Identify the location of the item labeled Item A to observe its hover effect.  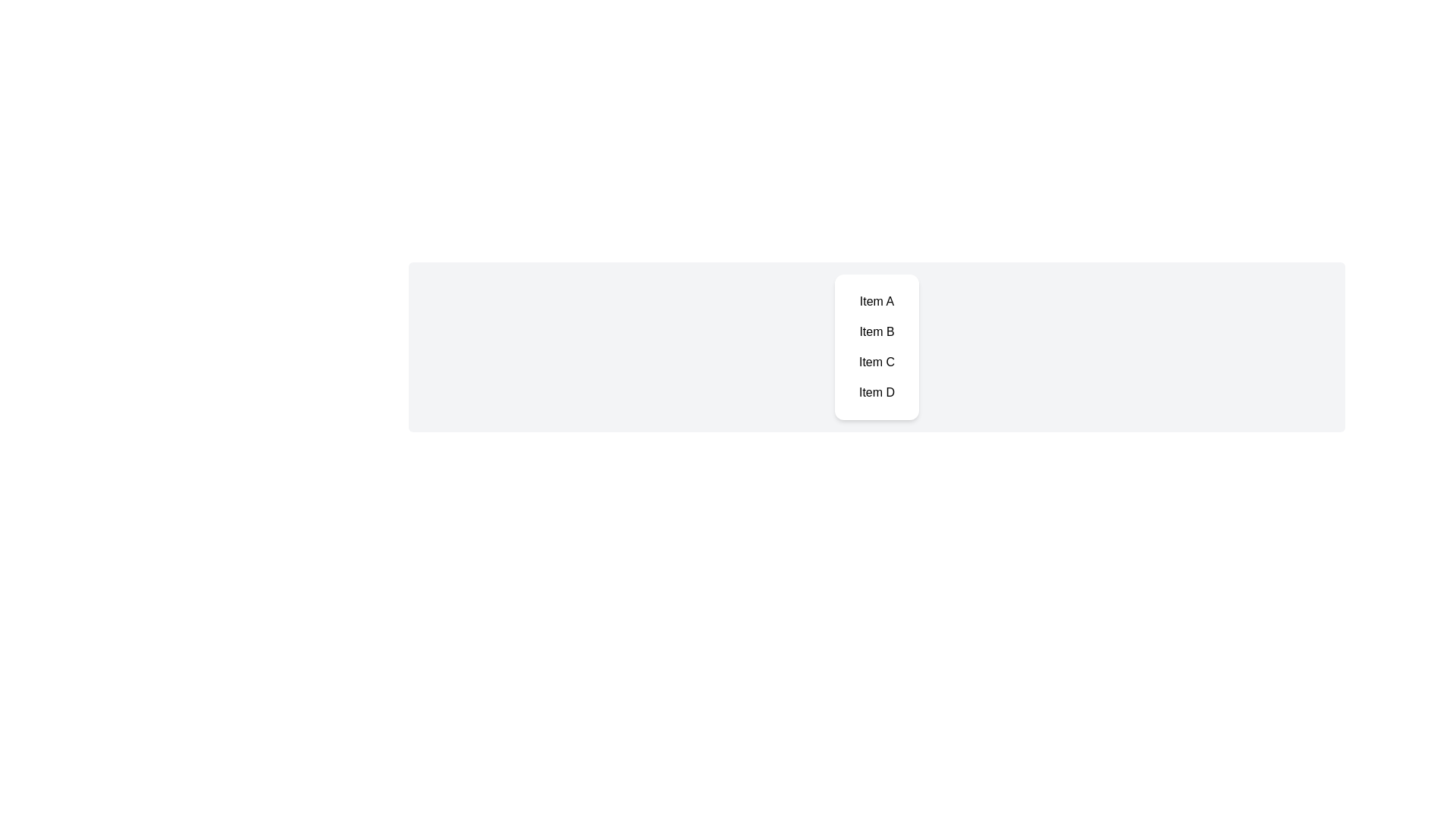
(877, 301).